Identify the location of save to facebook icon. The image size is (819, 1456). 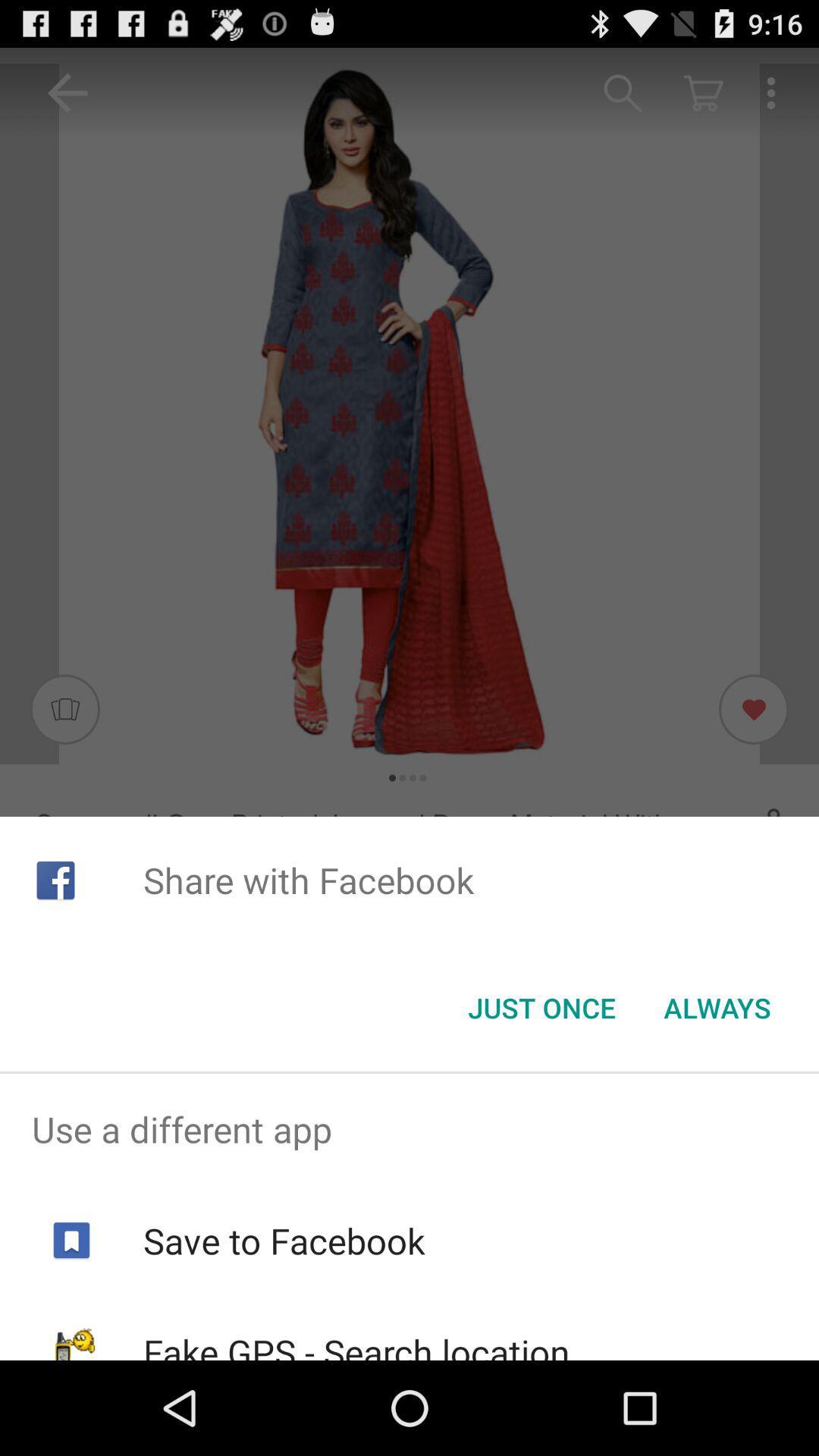
(284, 1241).